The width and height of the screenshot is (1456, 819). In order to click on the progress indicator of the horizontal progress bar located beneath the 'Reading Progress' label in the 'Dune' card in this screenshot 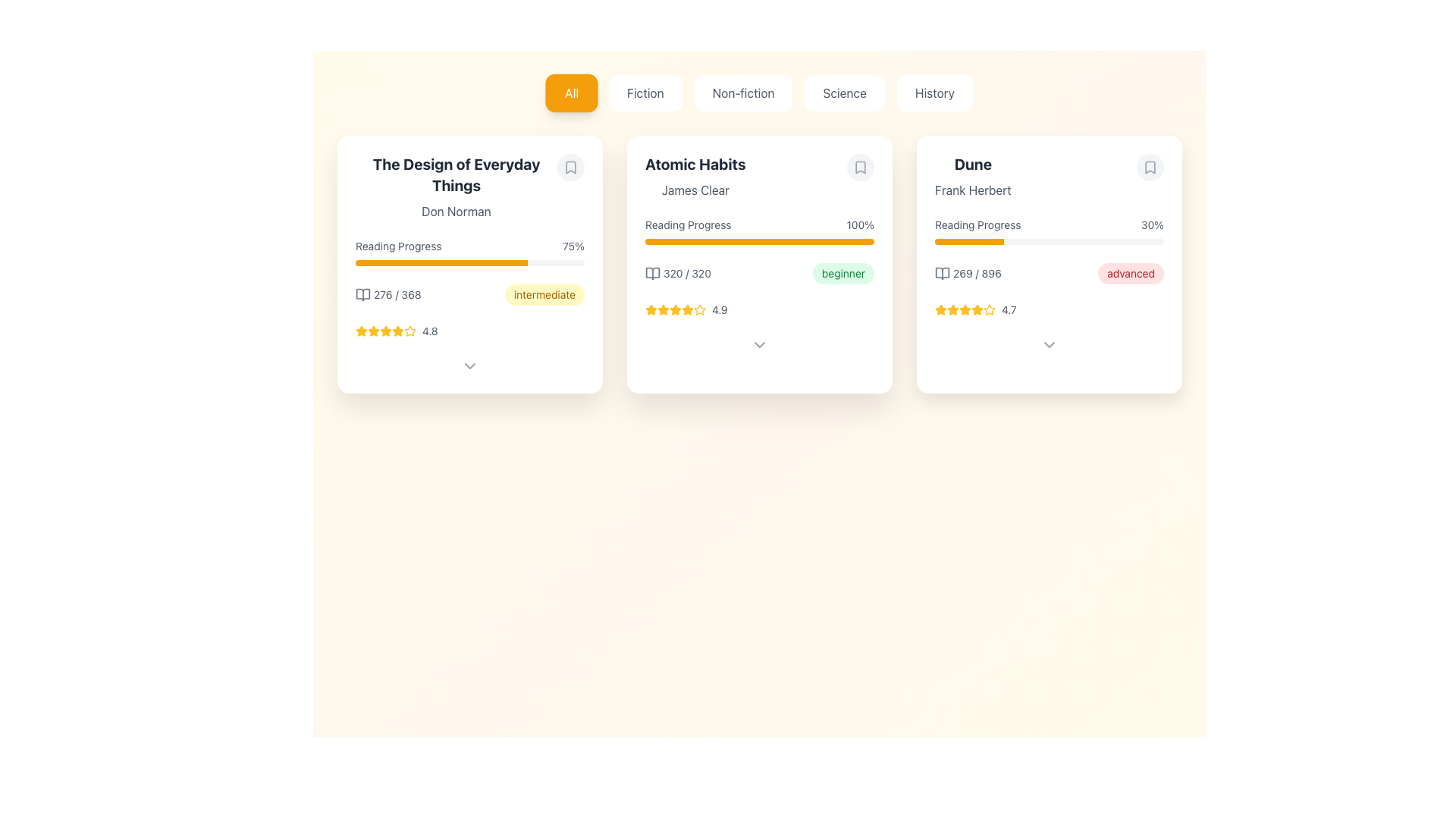, I will do `click(1048, 241)`.